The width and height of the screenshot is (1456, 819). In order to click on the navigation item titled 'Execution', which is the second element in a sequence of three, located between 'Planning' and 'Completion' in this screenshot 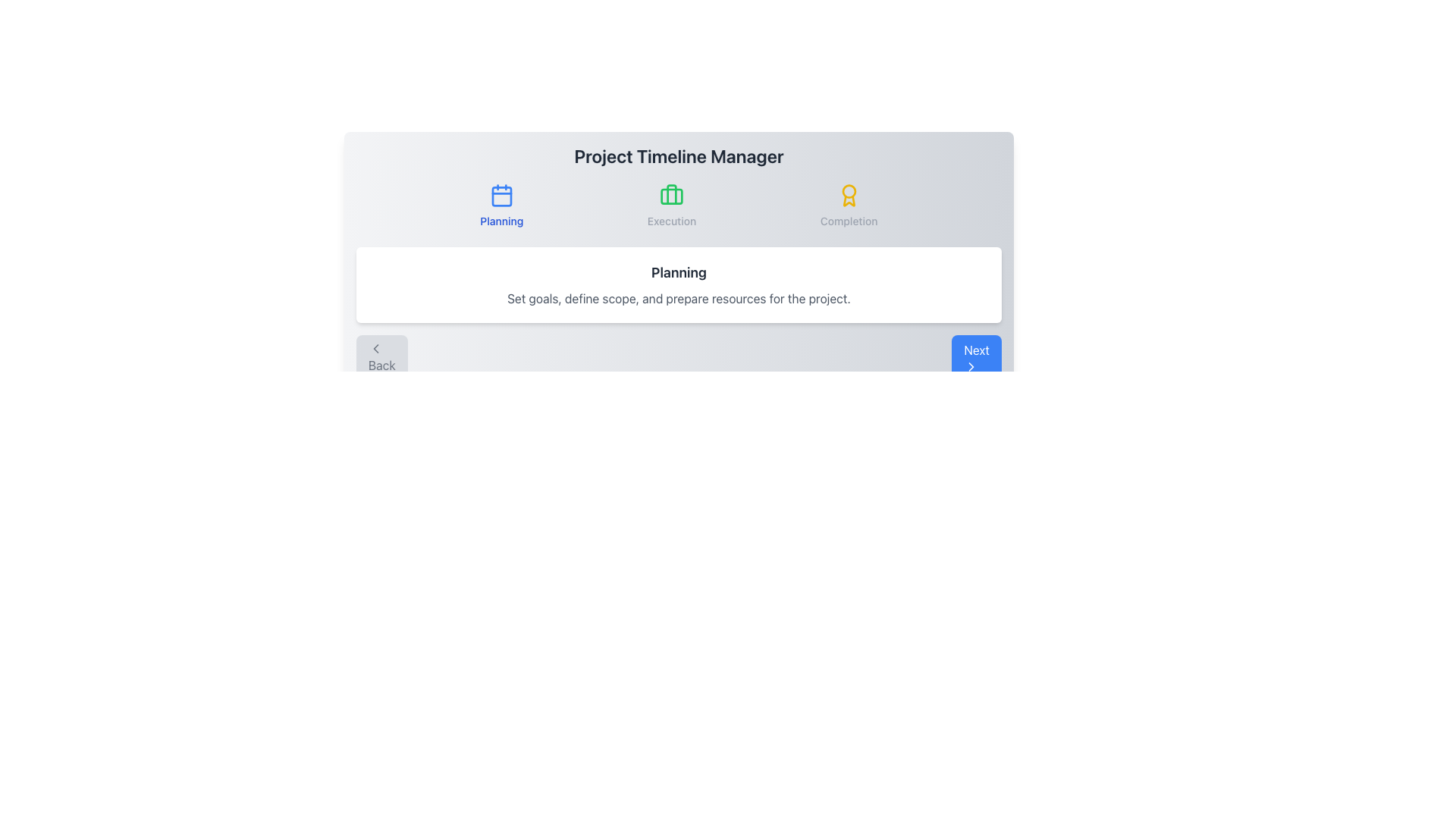, I will do `click(671, 206)`.